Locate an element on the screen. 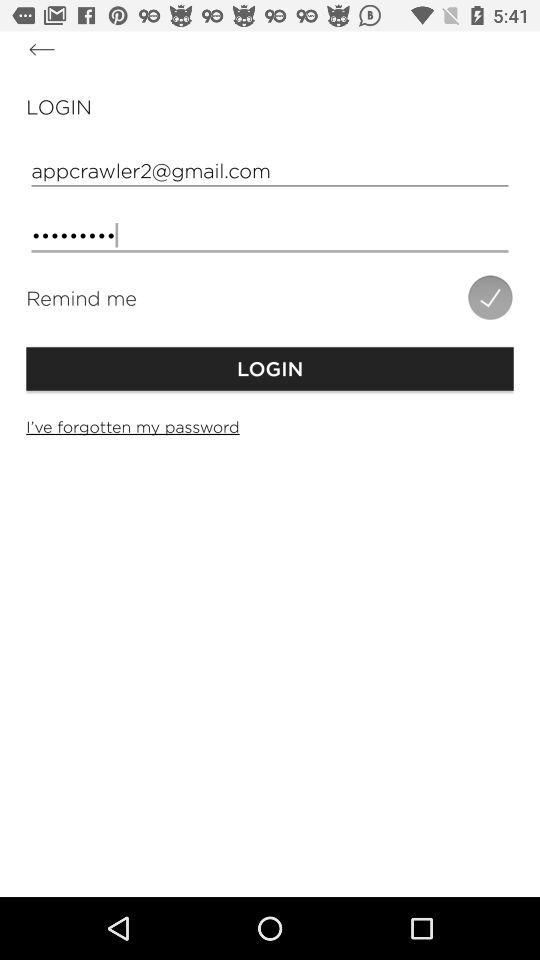  icon above the login item is located at coordinates (489, 296).